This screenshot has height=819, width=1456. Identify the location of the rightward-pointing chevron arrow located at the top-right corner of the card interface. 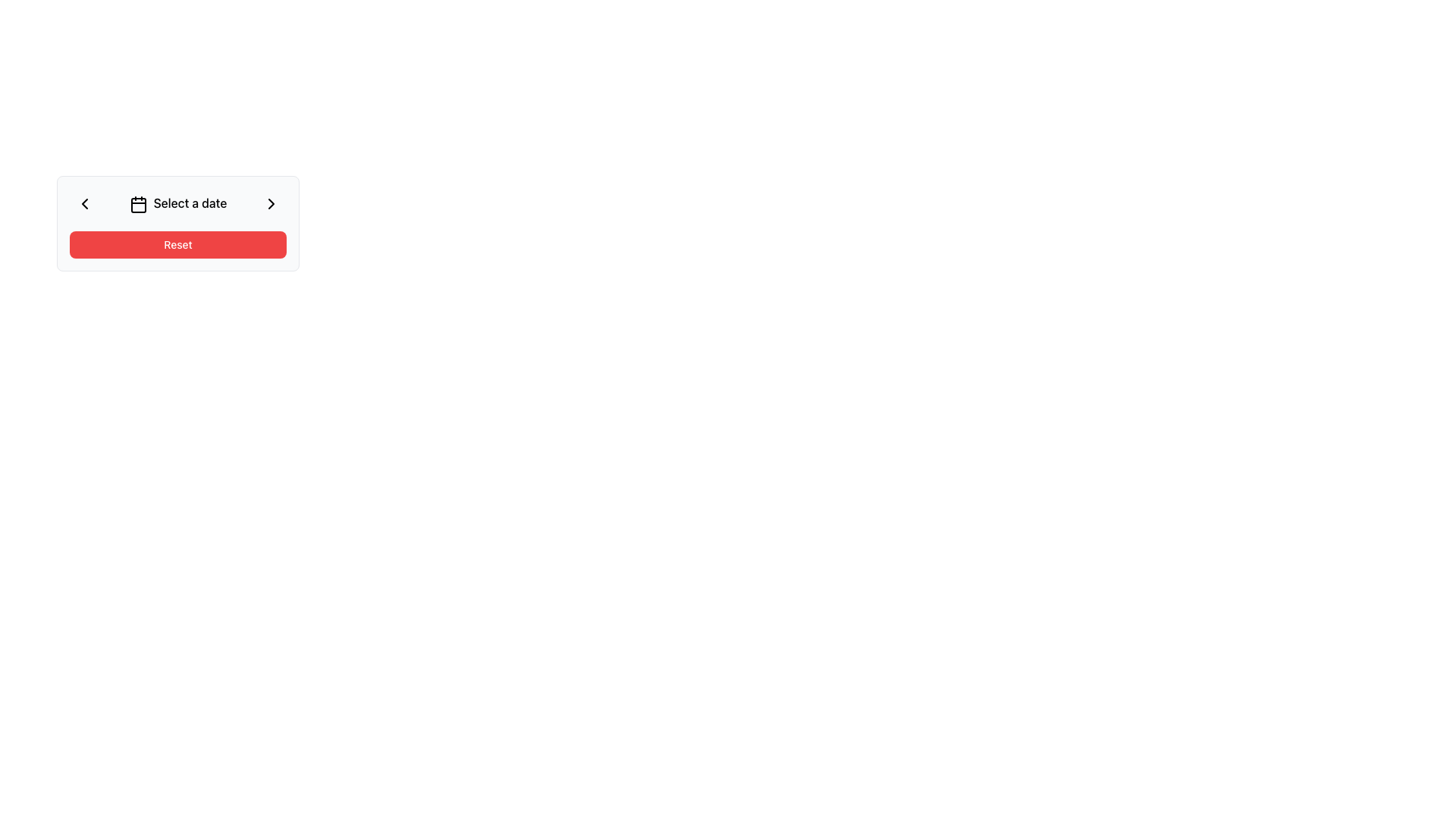
(271, 203).